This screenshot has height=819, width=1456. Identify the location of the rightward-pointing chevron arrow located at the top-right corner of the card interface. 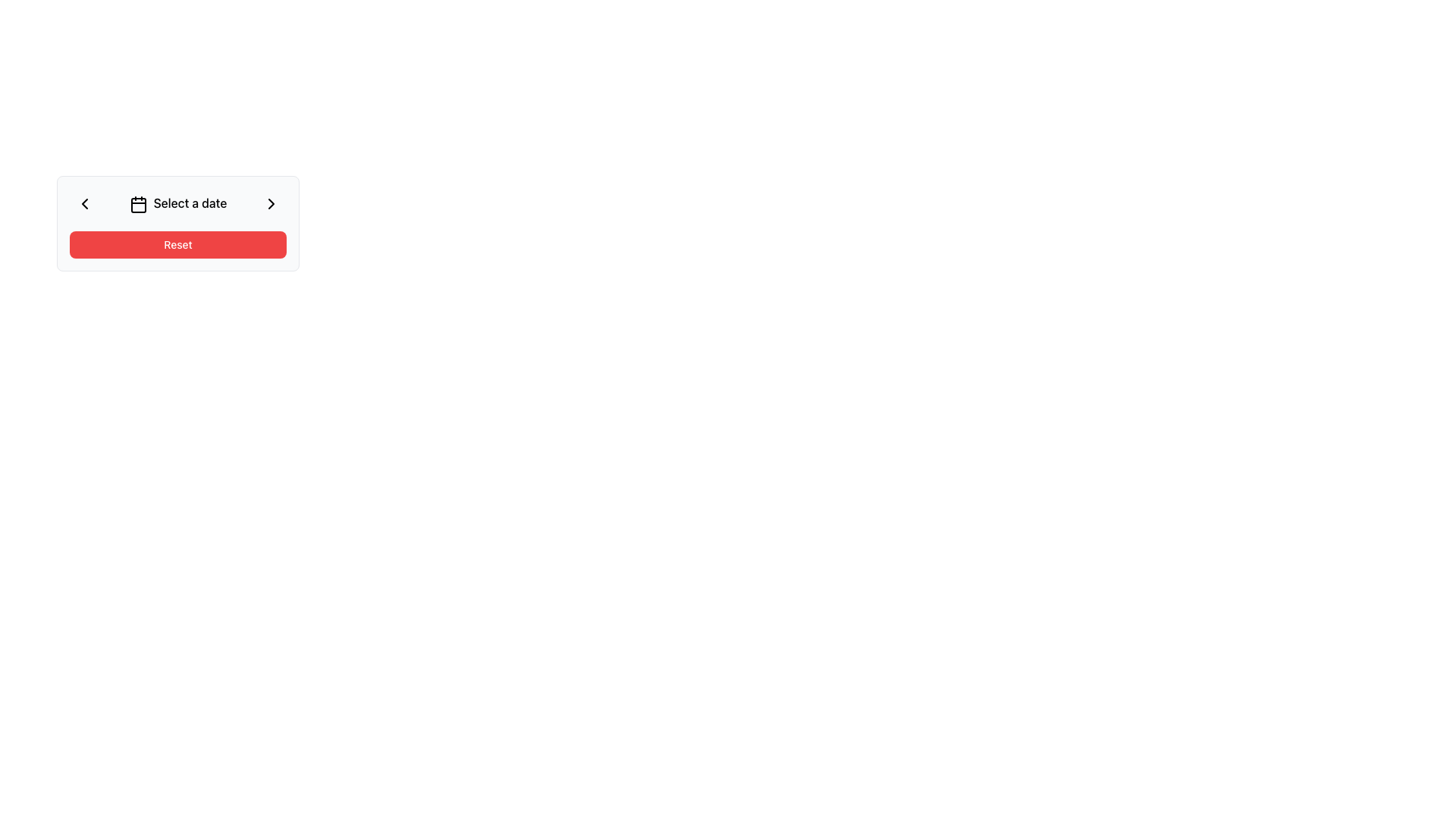
(271, 203).